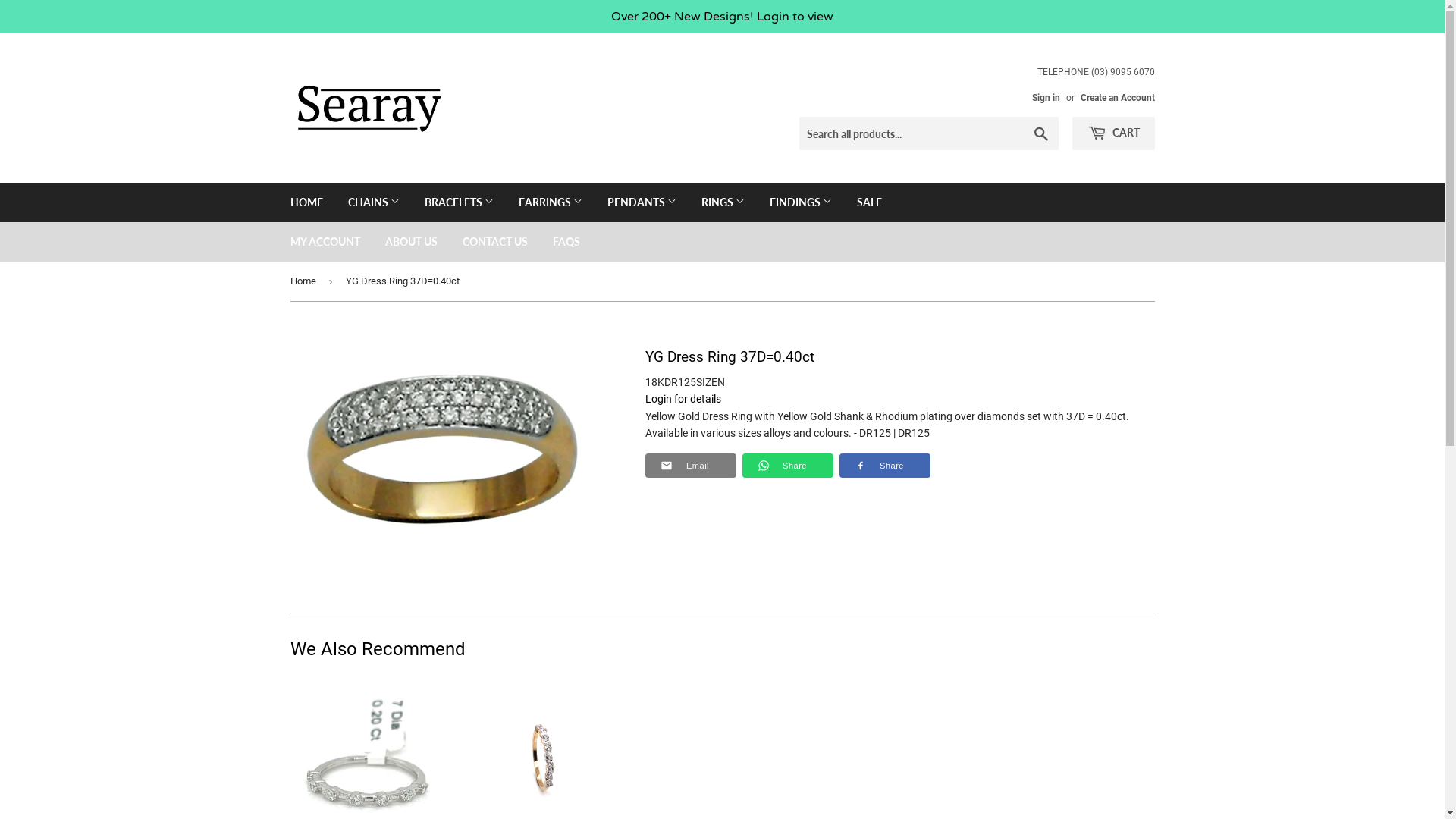  What do you see at coordinates (306, 201) in the screenshot?
I see `'HOME'` at bounding box center [306, 201].